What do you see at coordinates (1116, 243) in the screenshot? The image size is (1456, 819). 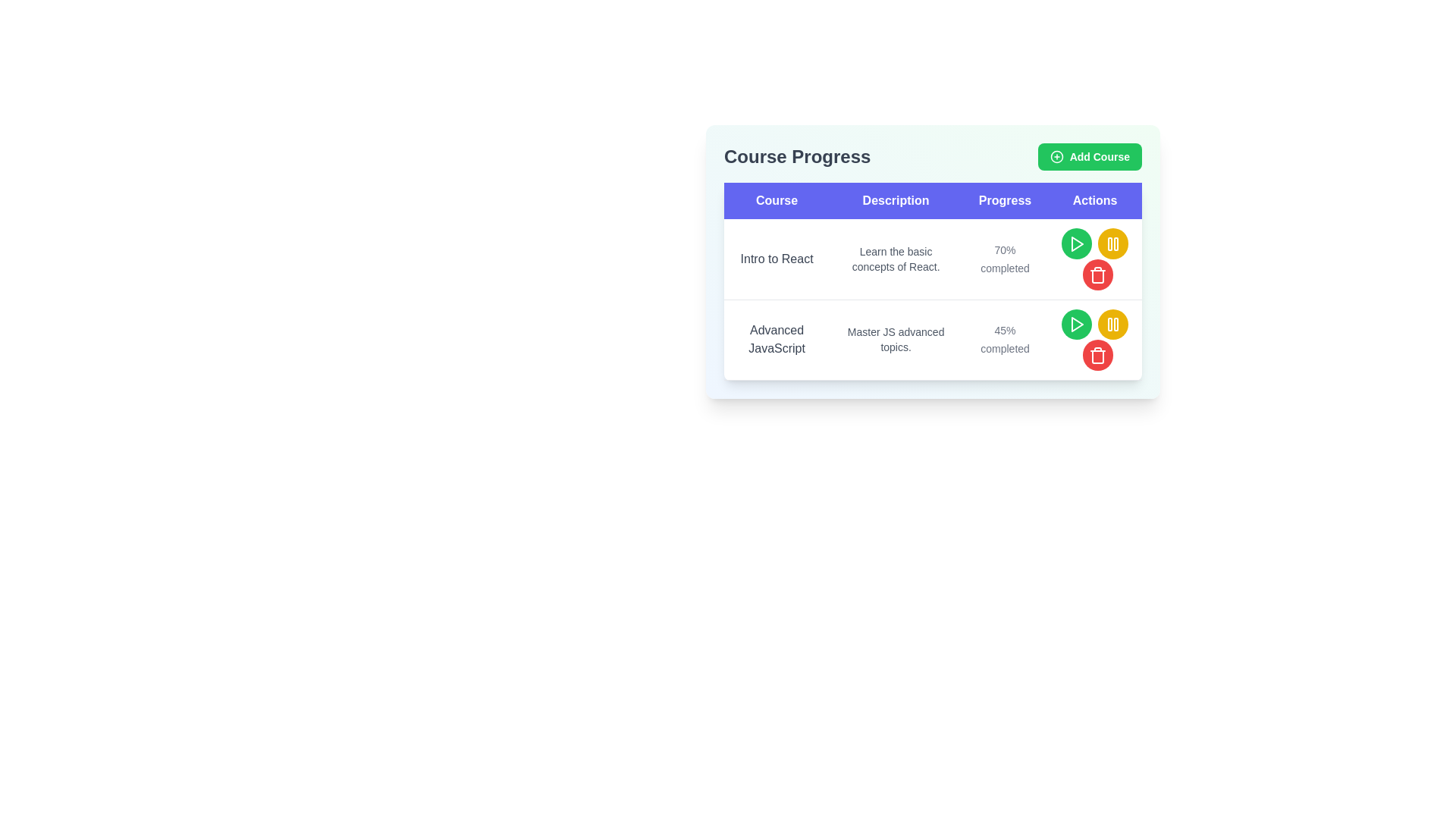 I see `the right segment of the Pause button, represented by the right vertical bar of the pause icon in the 'Actions' column of the 'Course Progress' table` at bounding box center [1116, 243].